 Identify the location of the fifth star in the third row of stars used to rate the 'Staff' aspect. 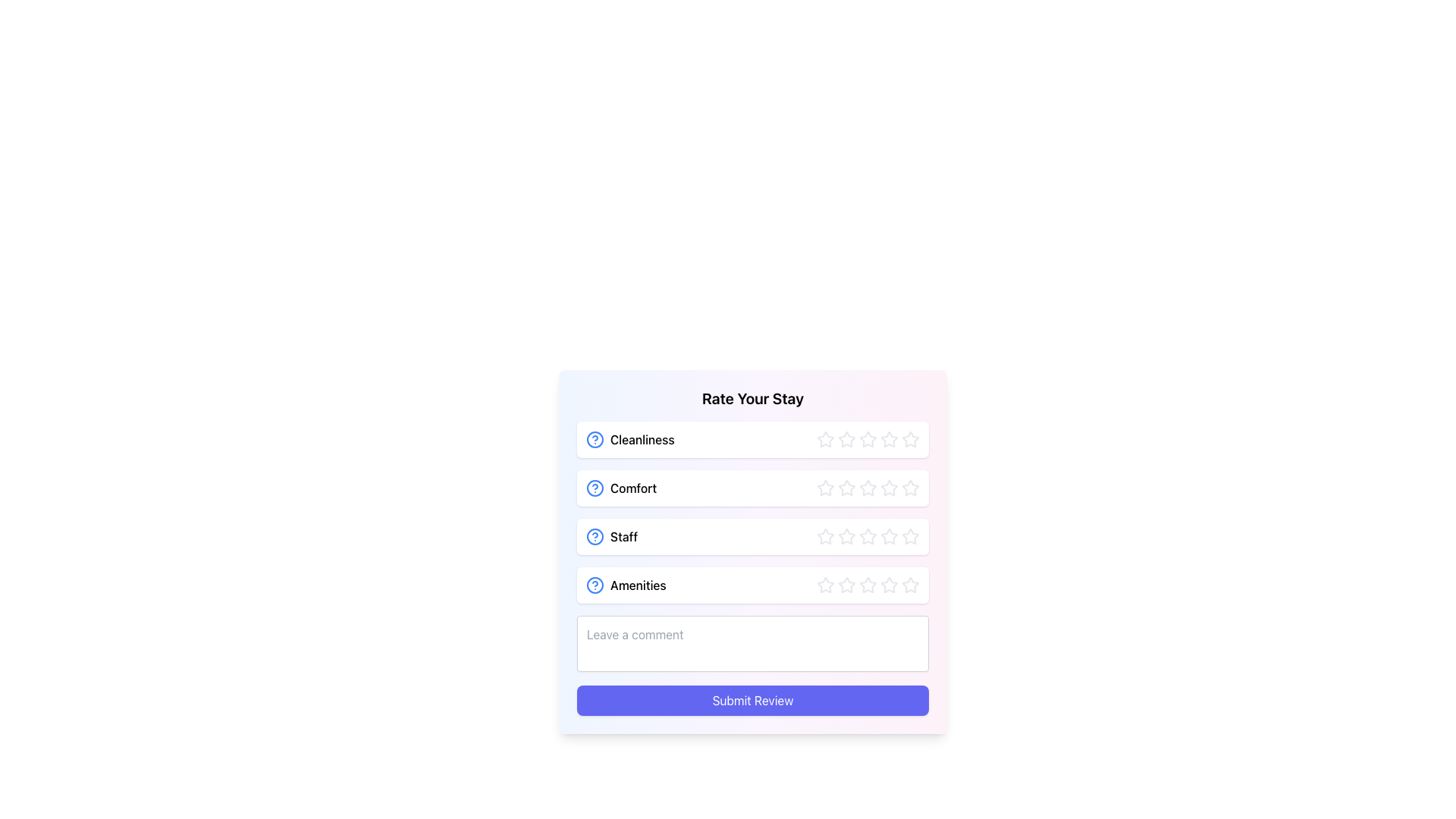
(910, 536).